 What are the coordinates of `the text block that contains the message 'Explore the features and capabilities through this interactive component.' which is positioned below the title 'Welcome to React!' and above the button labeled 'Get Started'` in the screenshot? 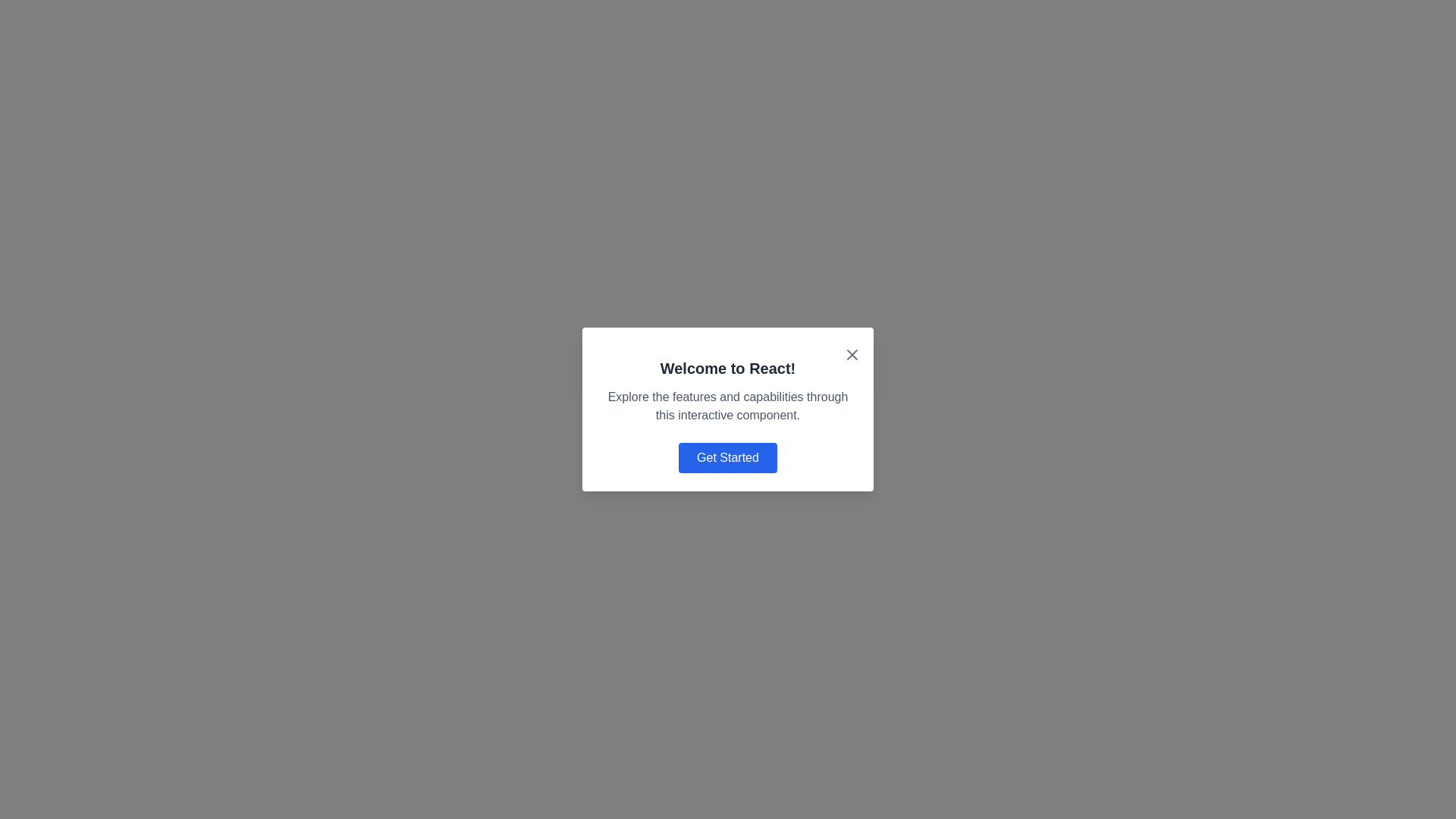 It's located at (728, 406).